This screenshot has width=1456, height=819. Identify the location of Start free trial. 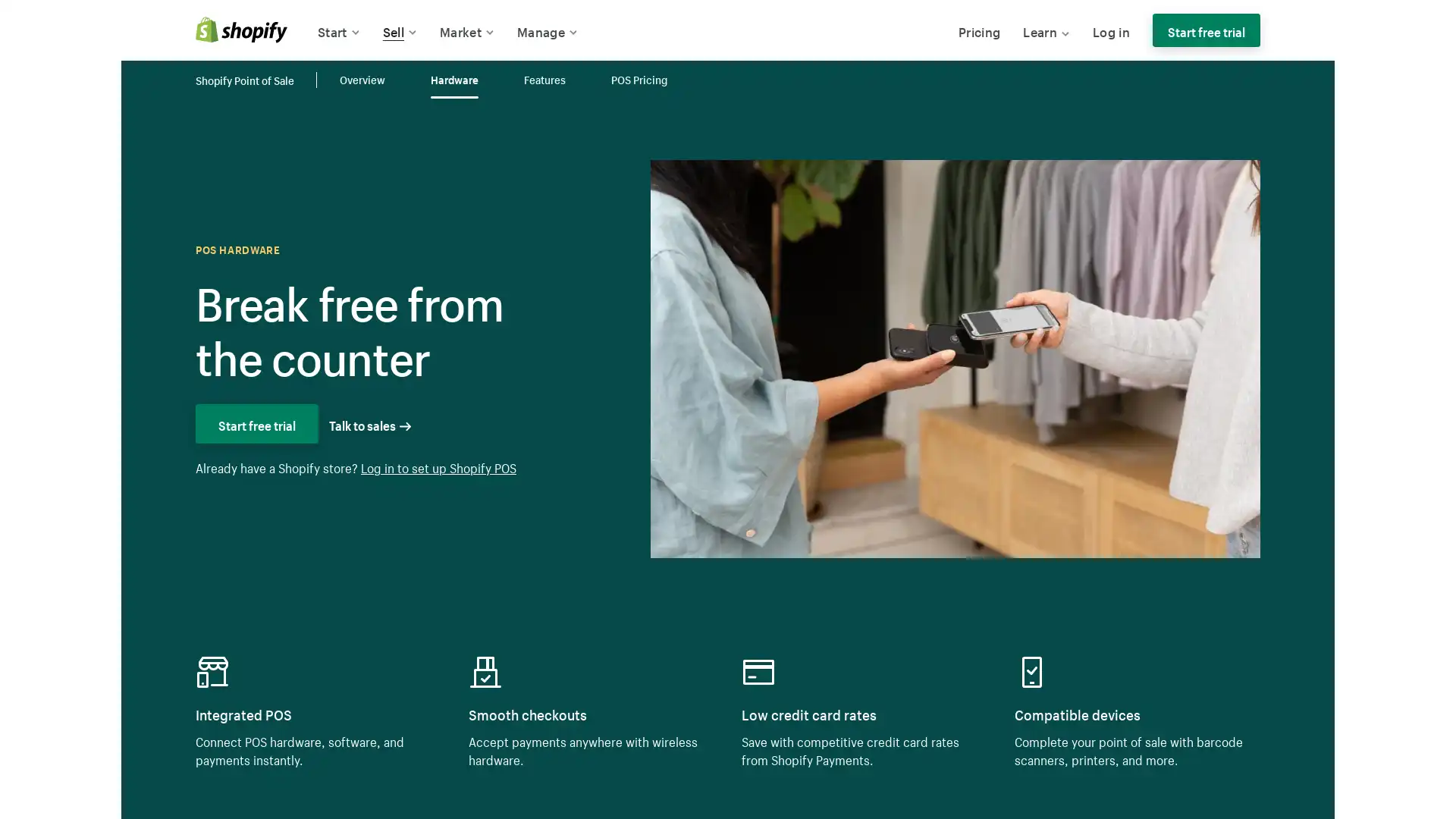
(257, 424).